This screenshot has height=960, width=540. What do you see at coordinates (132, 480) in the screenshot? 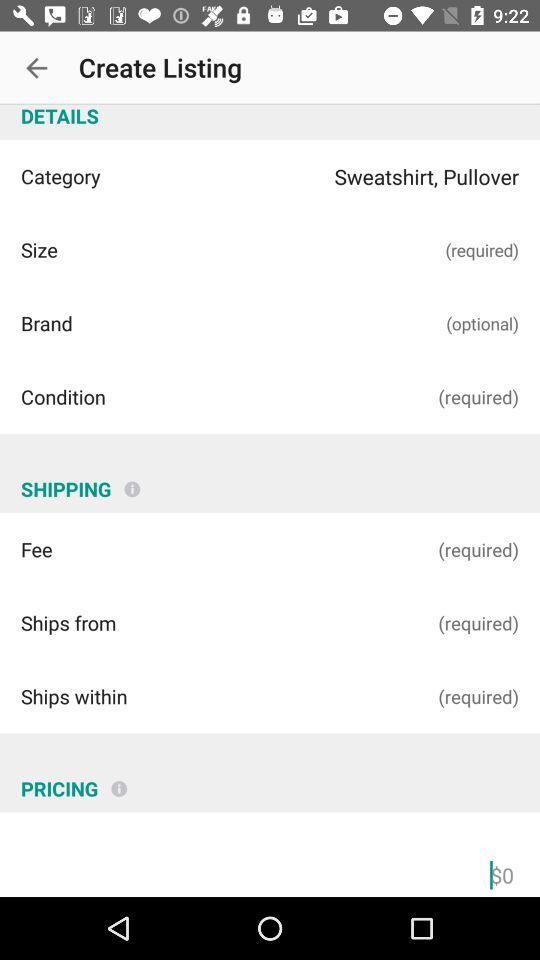
I see `the info icon` at bounding box center [132, 480].